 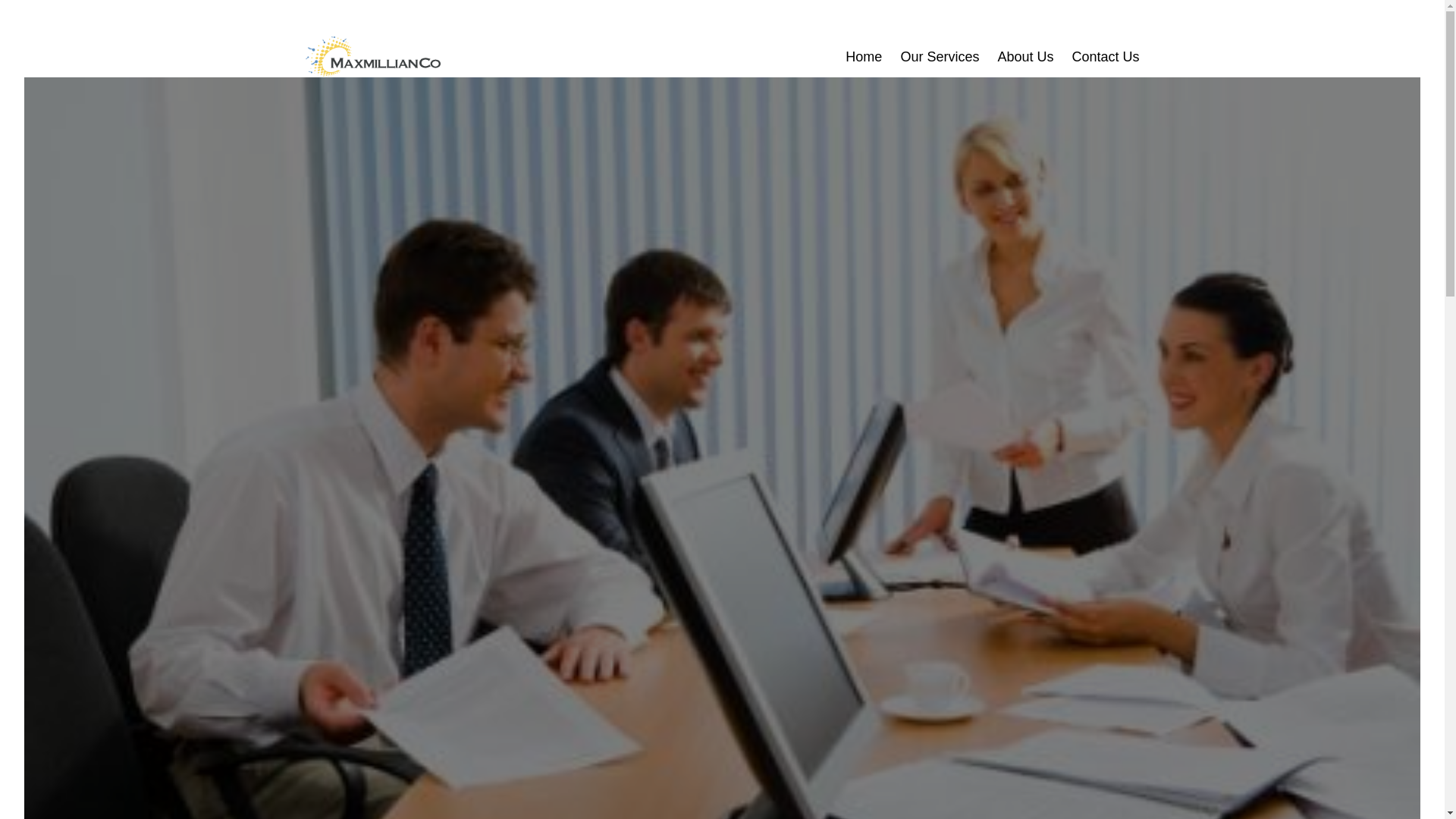 What do you see at coordinates (1105, 56) in the screenshot?
I see `'Contact Us'` at bounding box center [1105, 56].